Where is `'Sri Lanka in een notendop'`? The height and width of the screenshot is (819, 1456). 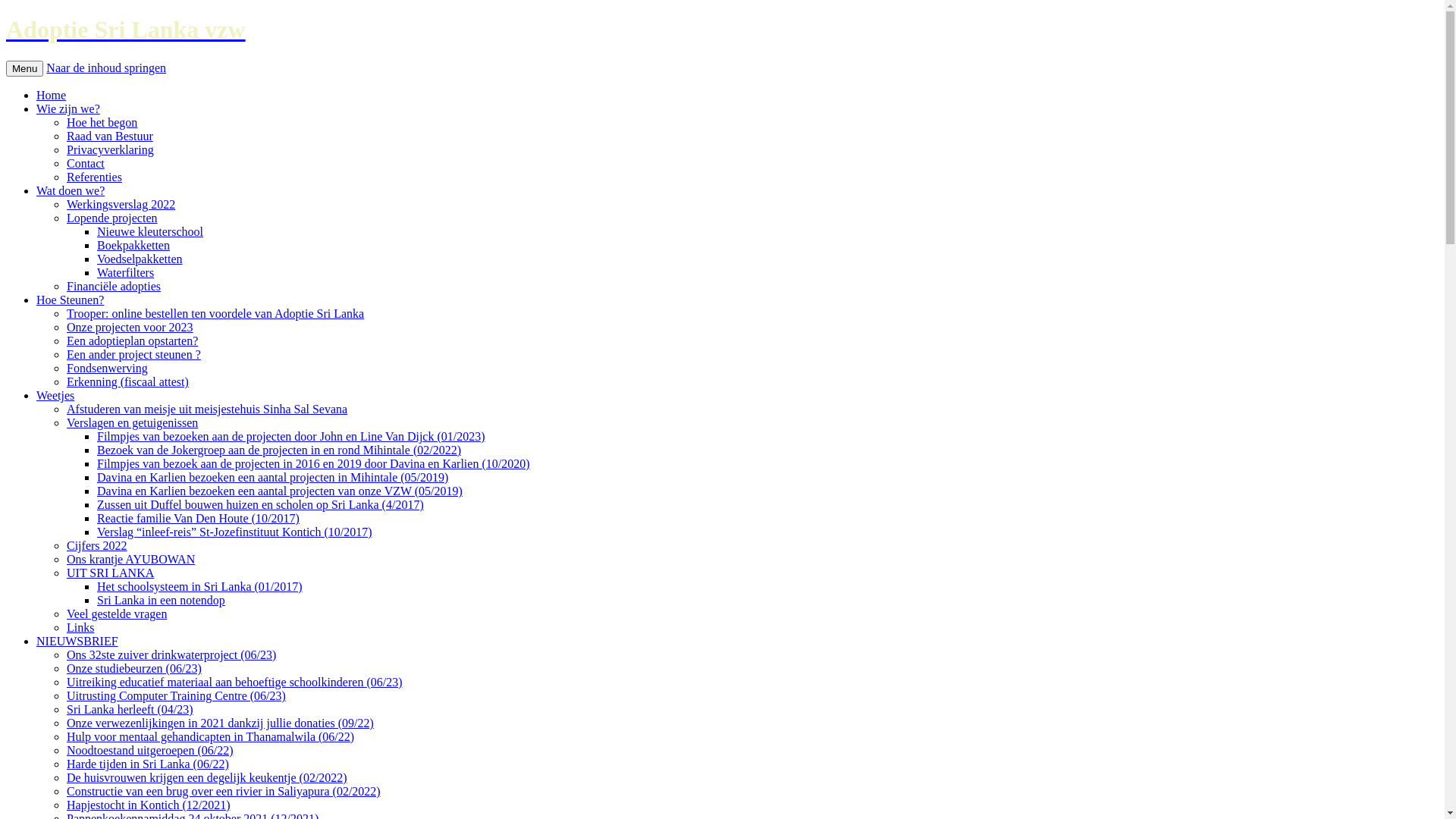 'Sri Lanka in een notendop' is located at coordinates (161, 599).